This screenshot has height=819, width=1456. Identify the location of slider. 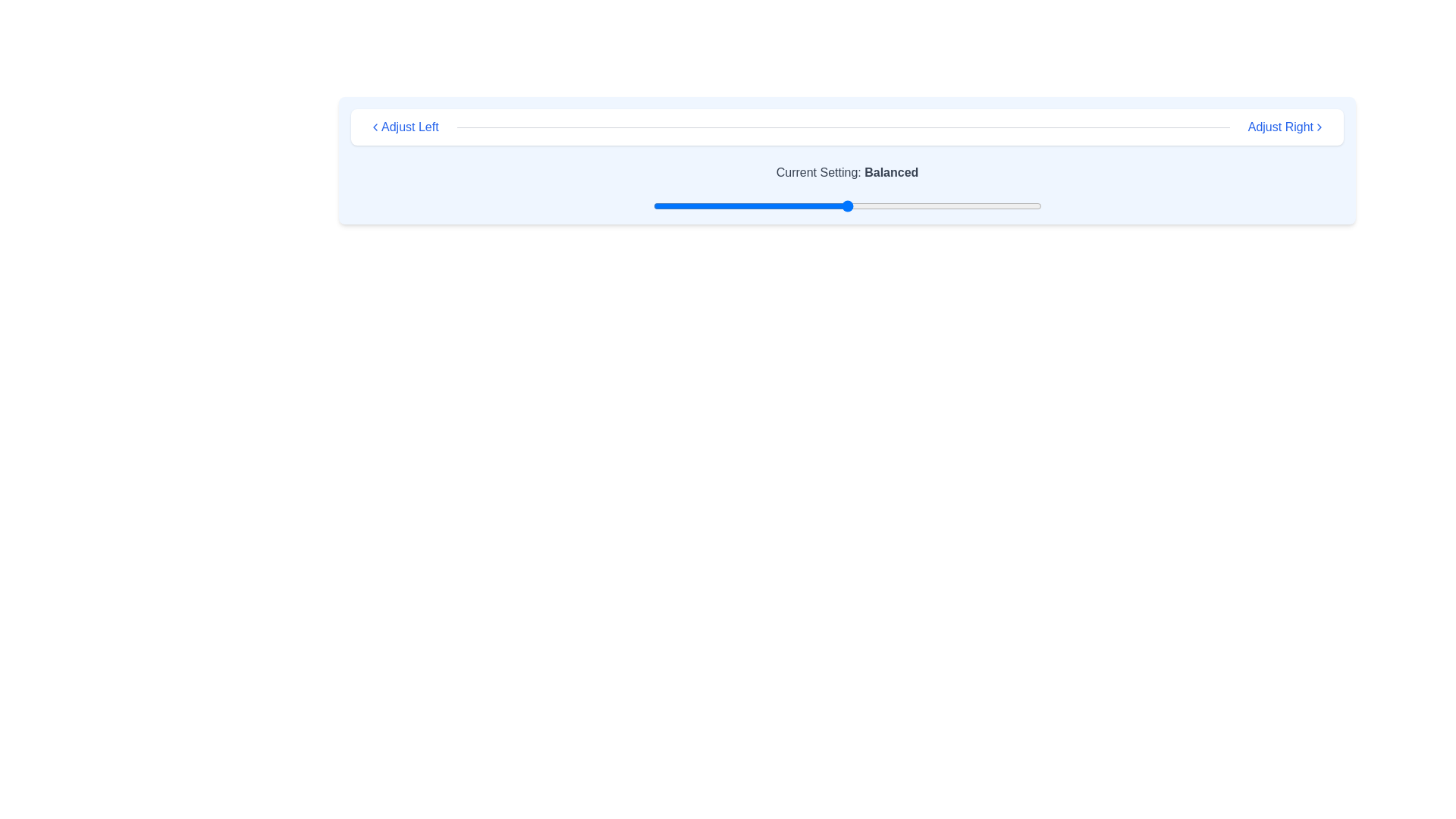
(967, 206).